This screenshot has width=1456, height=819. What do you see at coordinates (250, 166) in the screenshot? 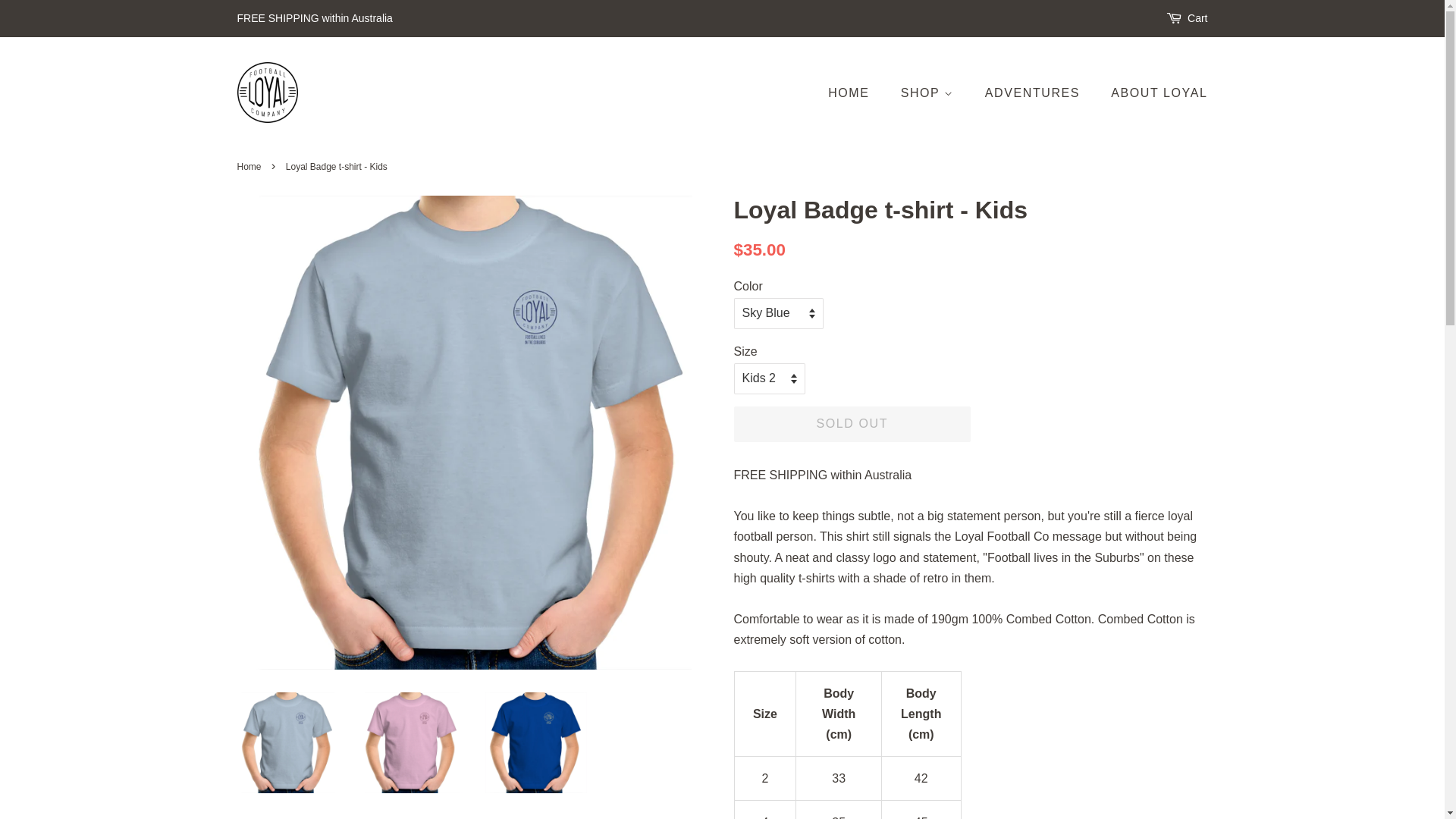
I see `'Home'` at bounding box center [250, 166].